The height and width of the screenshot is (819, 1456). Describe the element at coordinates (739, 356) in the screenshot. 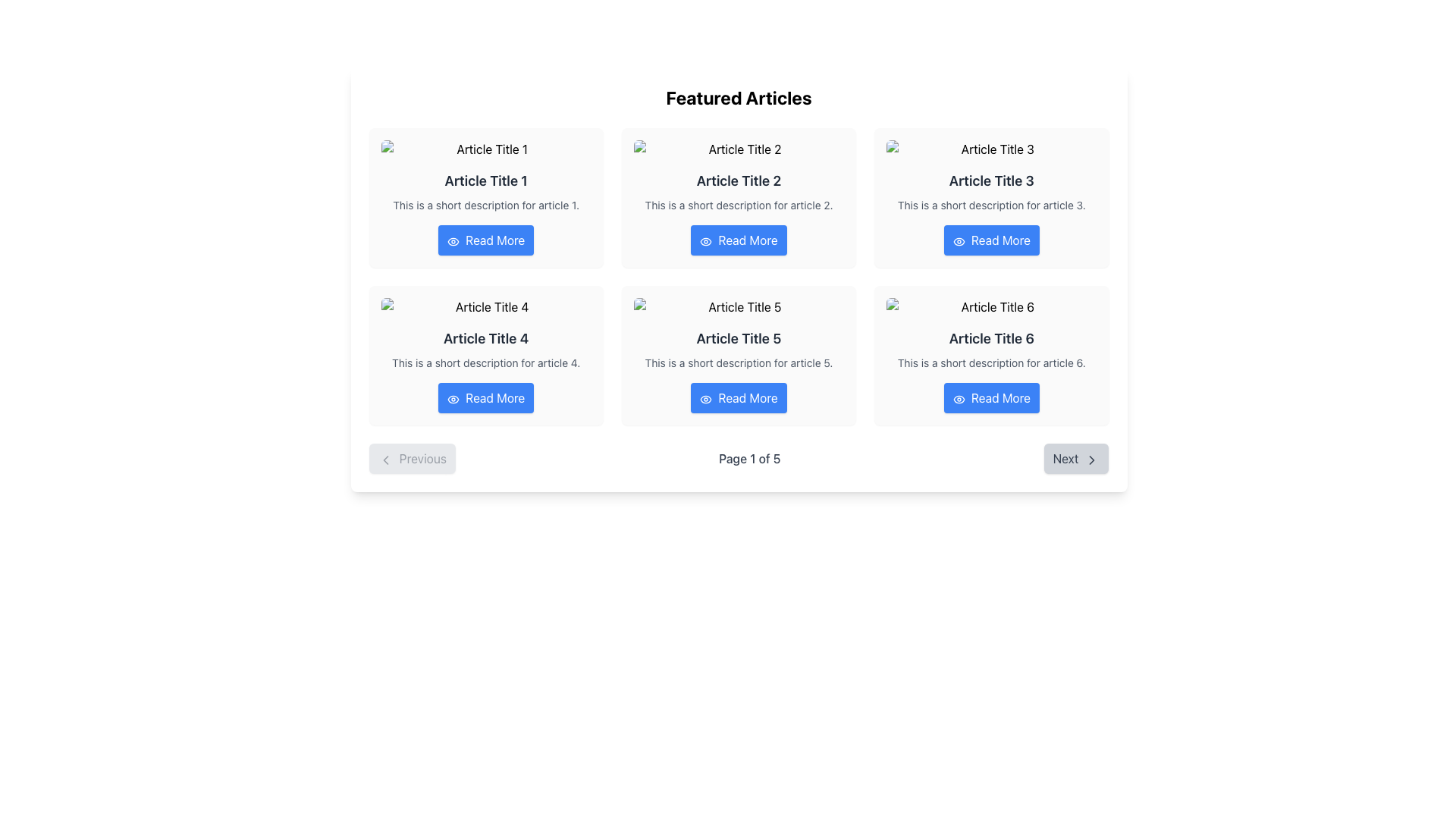

I see `title and description of the Card UI Component which is the fifth card in the grid layout of the 'Featured Articles' section` at that location.